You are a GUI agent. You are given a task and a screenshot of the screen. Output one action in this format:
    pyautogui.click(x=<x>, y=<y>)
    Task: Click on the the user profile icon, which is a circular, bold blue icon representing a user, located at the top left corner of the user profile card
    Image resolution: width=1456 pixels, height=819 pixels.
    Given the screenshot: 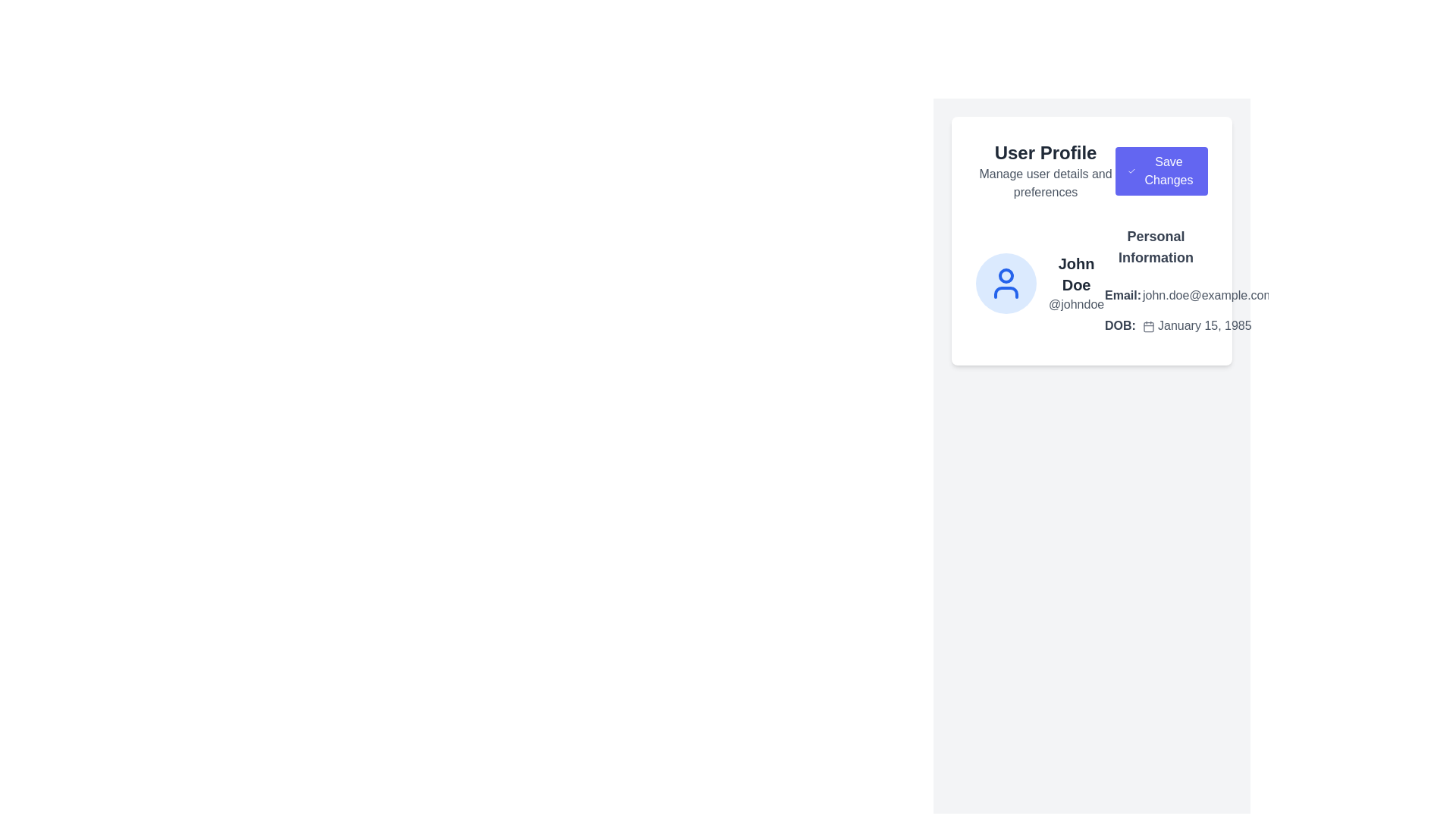 What is the action you would take?
    pyautogui.click(x=1006, y=284)
    